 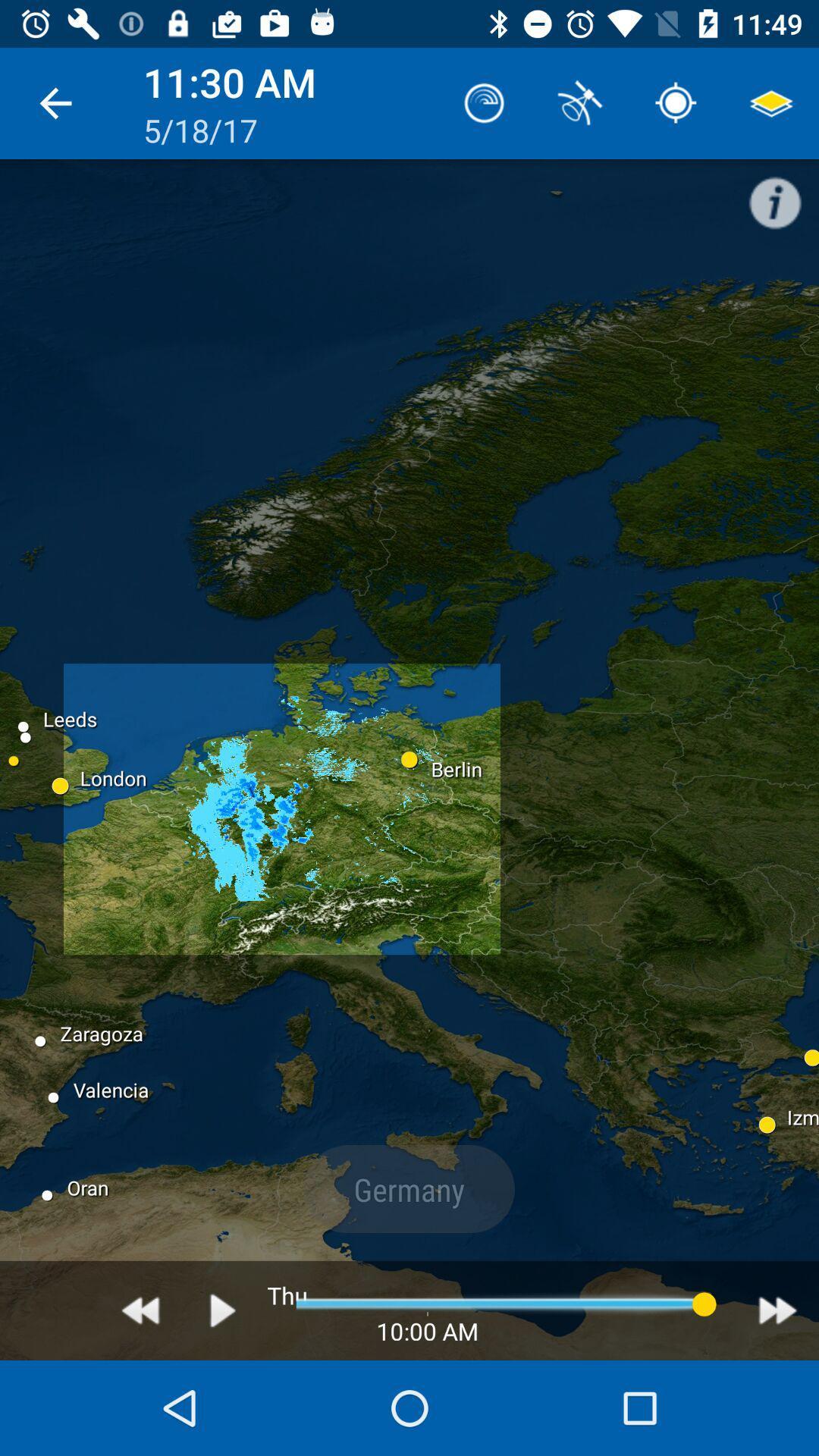 What do you see at coordinates (223, 1310) in the screenshot?
I see `play` at bounding box center [223, 1310].